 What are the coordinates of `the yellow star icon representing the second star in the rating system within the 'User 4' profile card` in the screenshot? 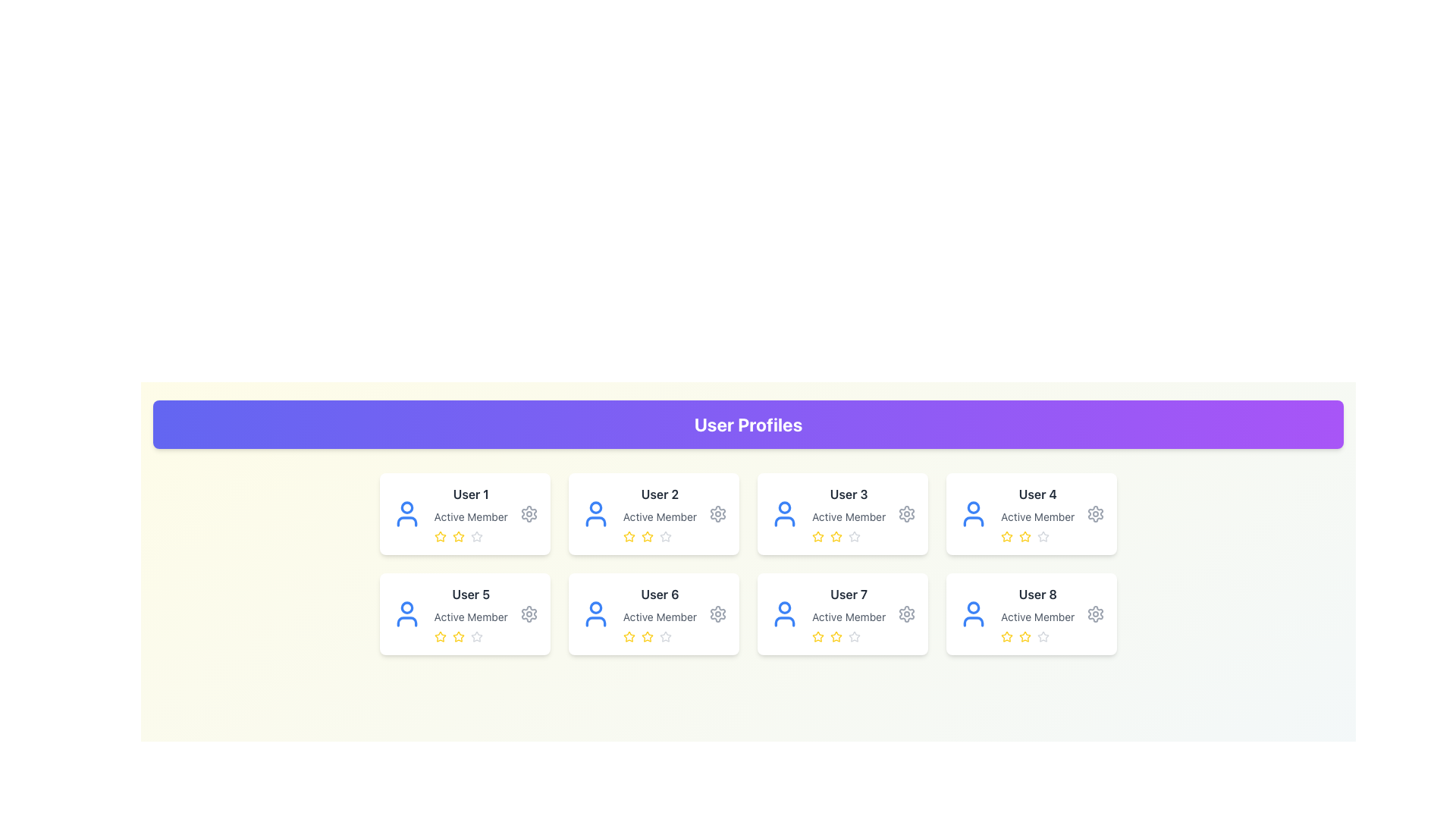 It's located at (1025, 535).